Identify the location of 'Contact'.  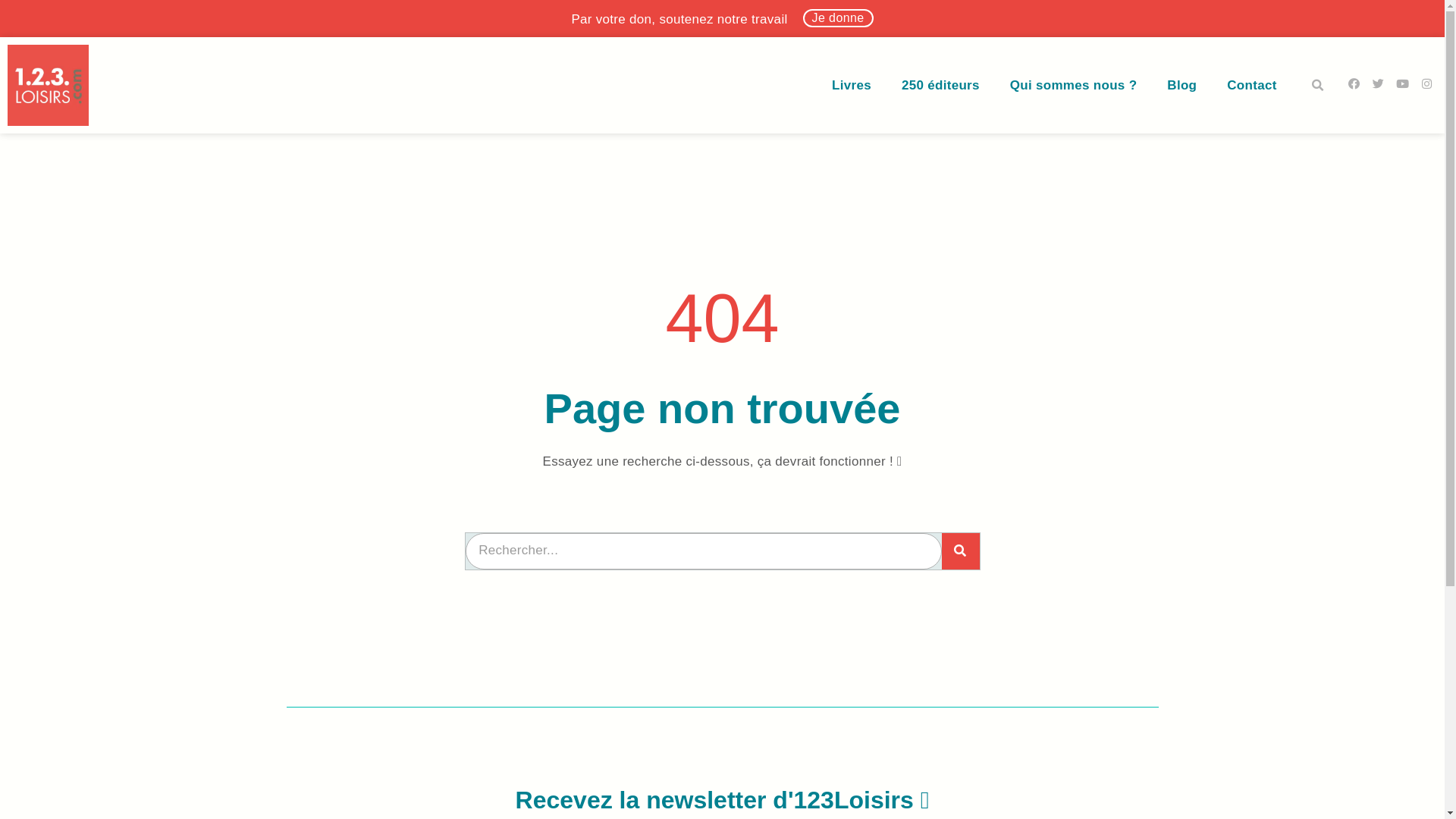
(1251, 85).